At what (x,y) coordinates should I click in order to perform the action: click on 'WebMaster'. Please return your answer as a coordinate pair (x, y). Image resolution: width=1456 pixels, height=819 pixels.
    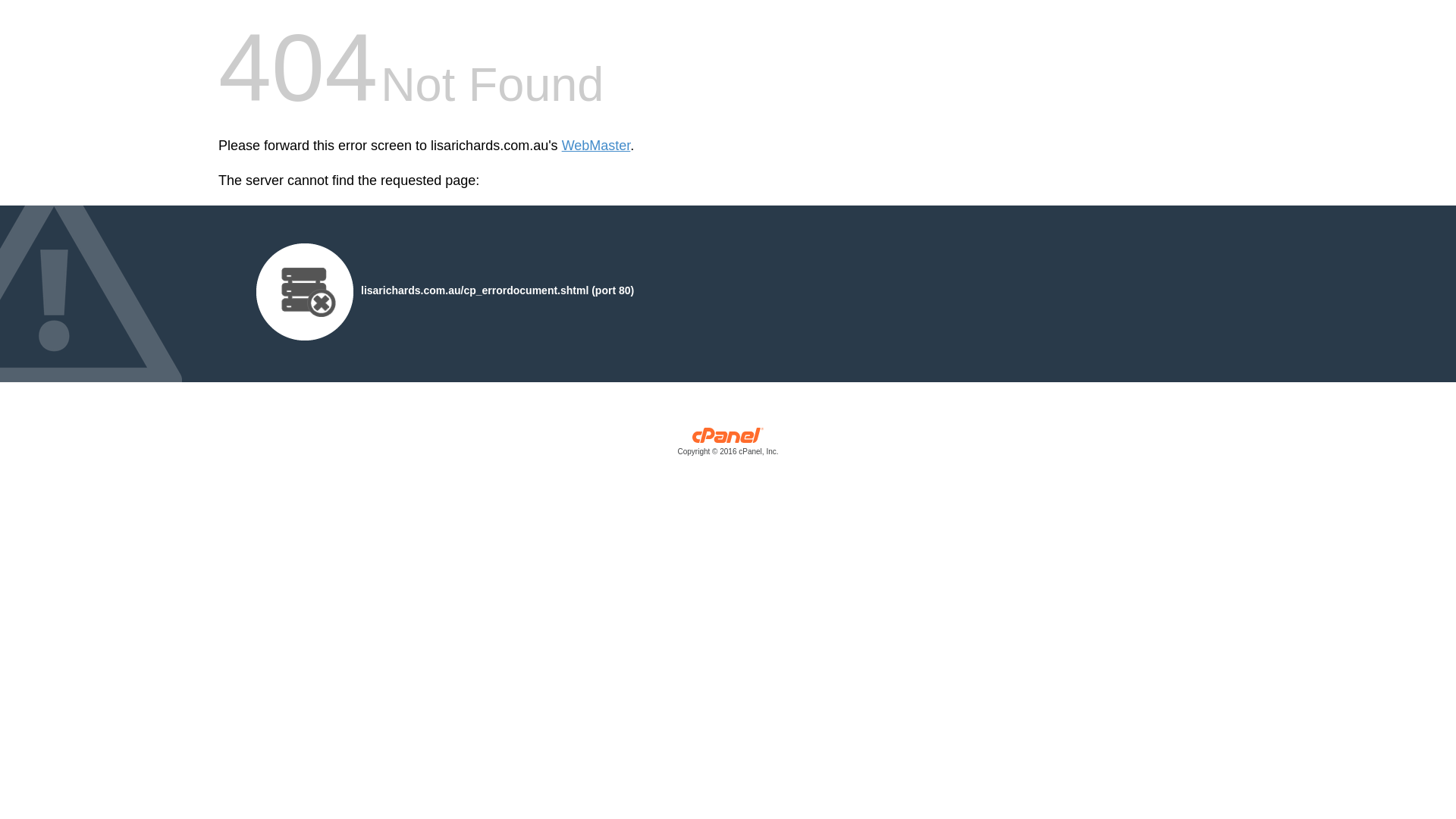
    Looking at the image, I should click on (560, 146).